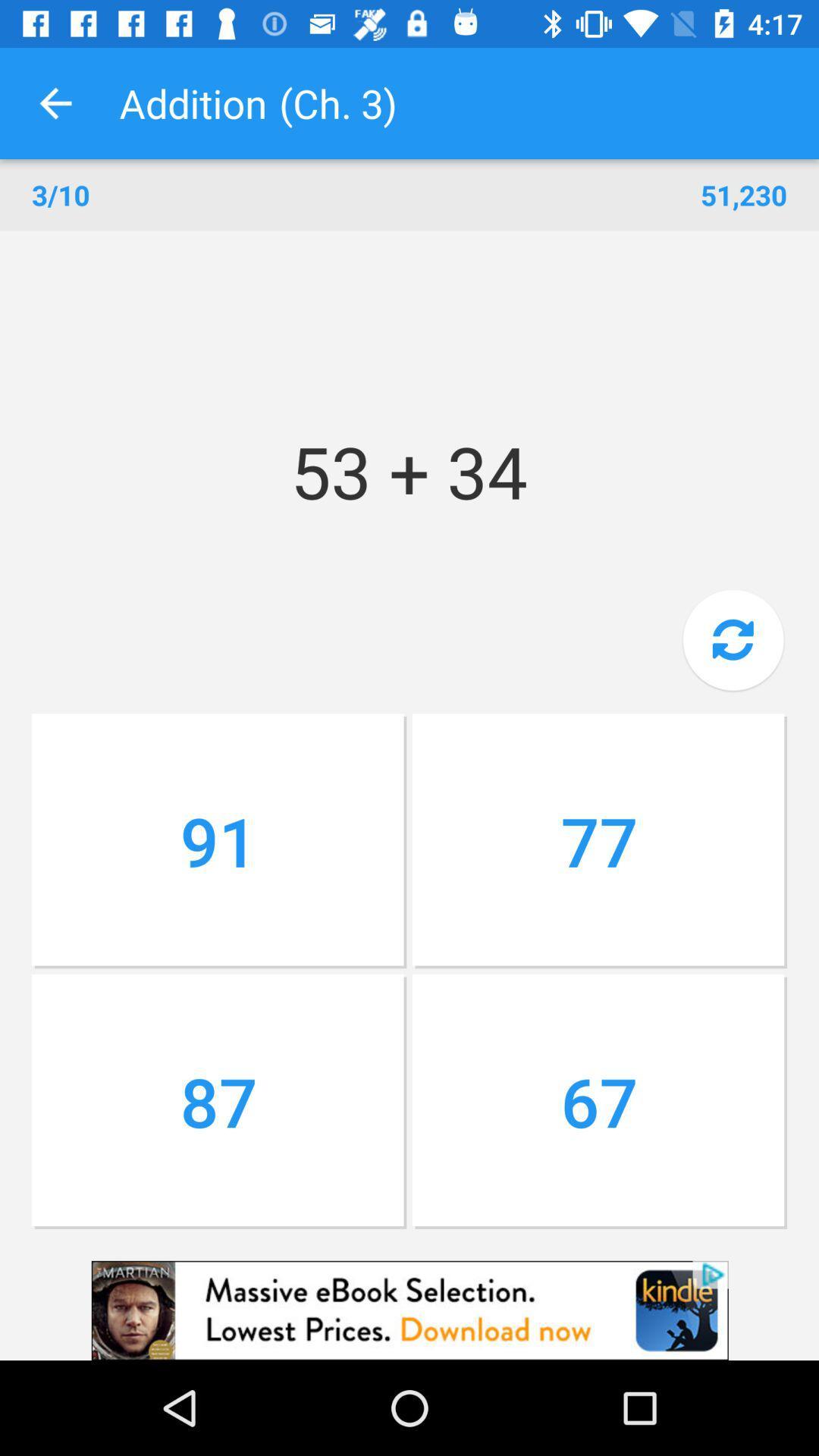 The height and width of the screenshot is (1456, 819). I want to click on advertisement link, so click(409, 1310).